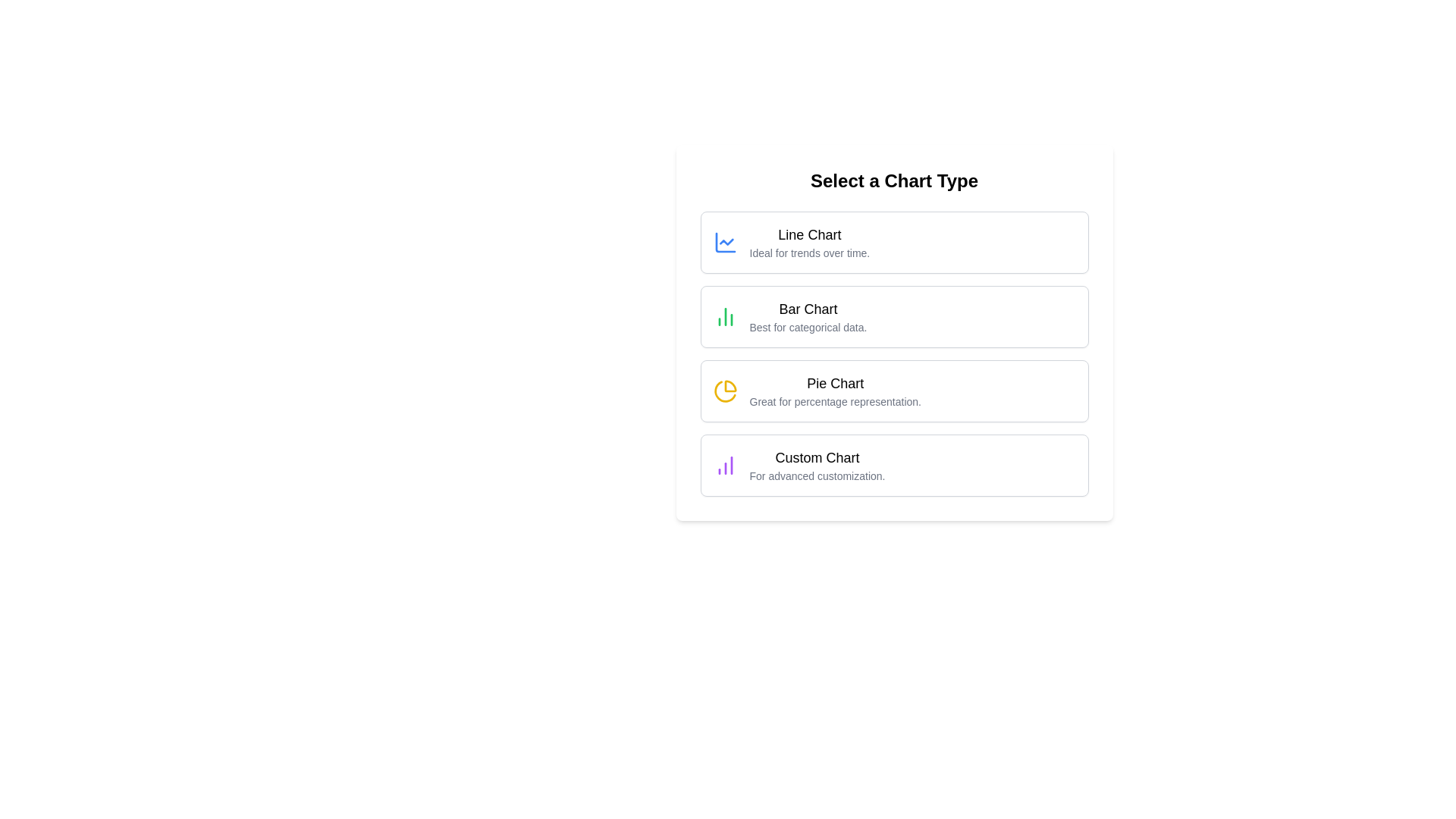 This screenshot has height=819, width=1456. What do you see at coordinates (894, 315) in the screenshot?
I see `the second card in the vertical list of selectable chart type options` at bounding box center [894, 315].